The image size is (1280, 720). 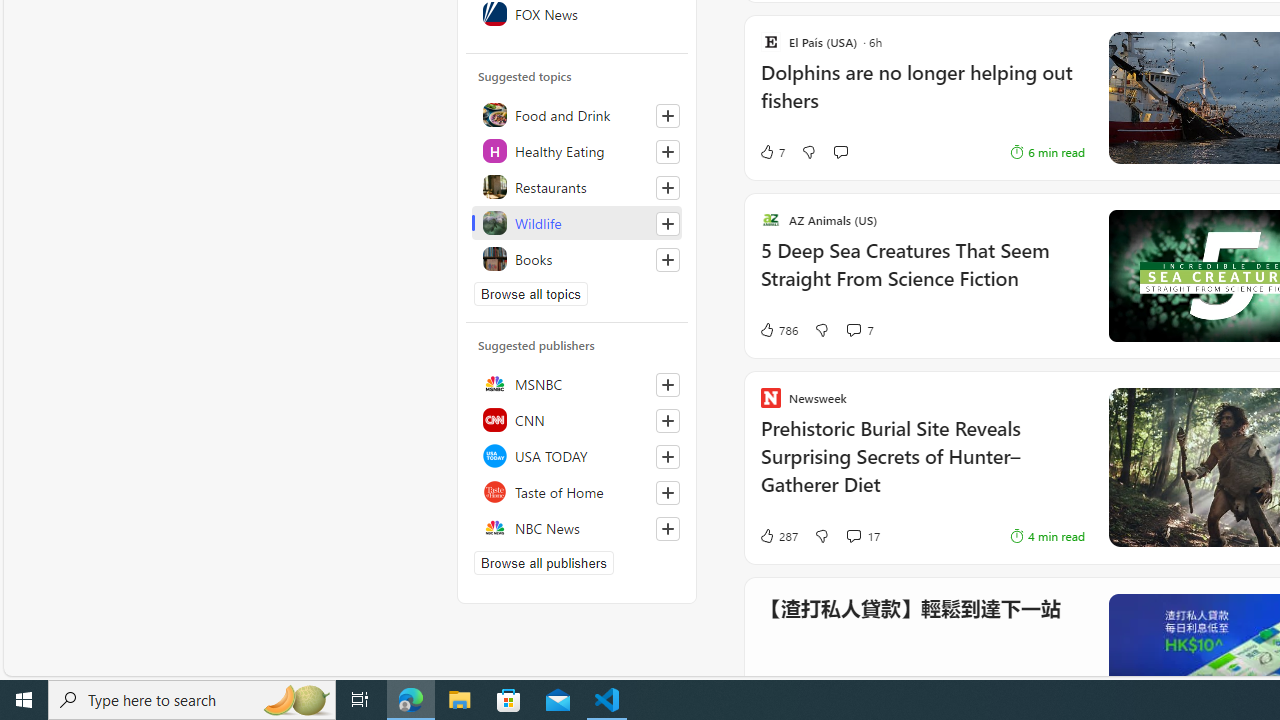 I want to click on 'Taste of Home', so click(x=576, y=492).